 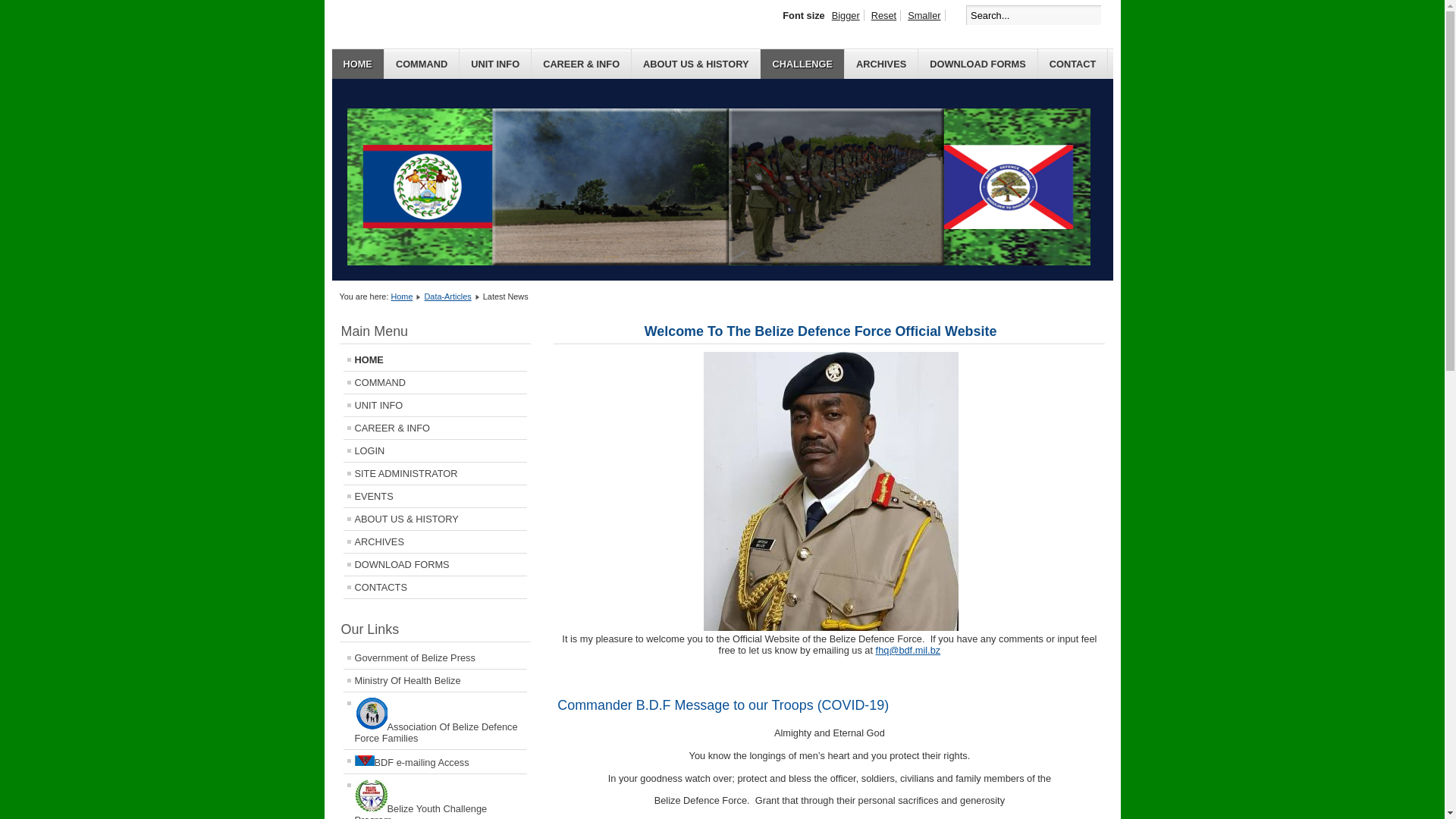 What do you see at coordinates (846, 15) in the screenshot?
I see `'Bigger'` at bounding box center [846, 15].